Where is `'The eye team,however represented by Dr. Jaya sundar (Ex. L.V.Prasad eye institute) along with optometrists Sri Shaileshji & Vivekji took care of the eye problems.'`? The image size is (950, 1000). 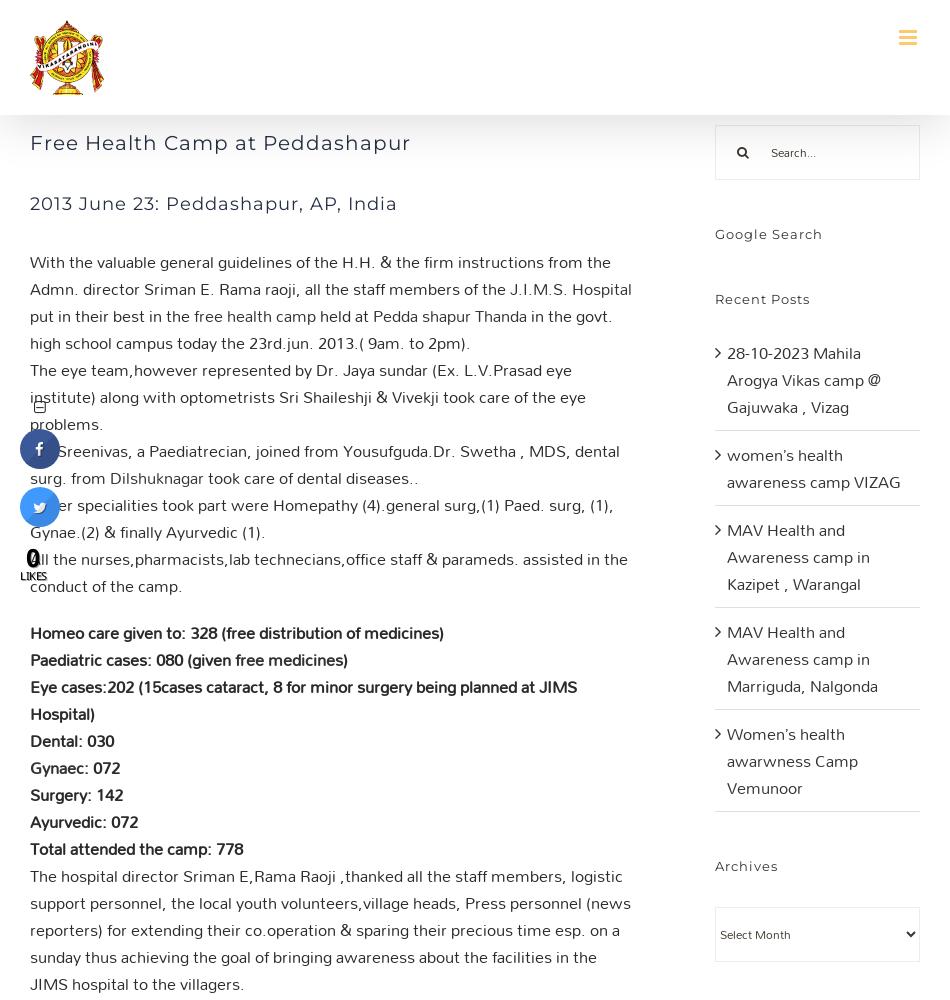
'The eye team,however represented by Dr. Jaya sundar (Ex. L.V.Prasad eye institute) along with optometrists Sri Shaileshji & Vivekji took care of the eye problems.' is located at coordinates (306, 396).